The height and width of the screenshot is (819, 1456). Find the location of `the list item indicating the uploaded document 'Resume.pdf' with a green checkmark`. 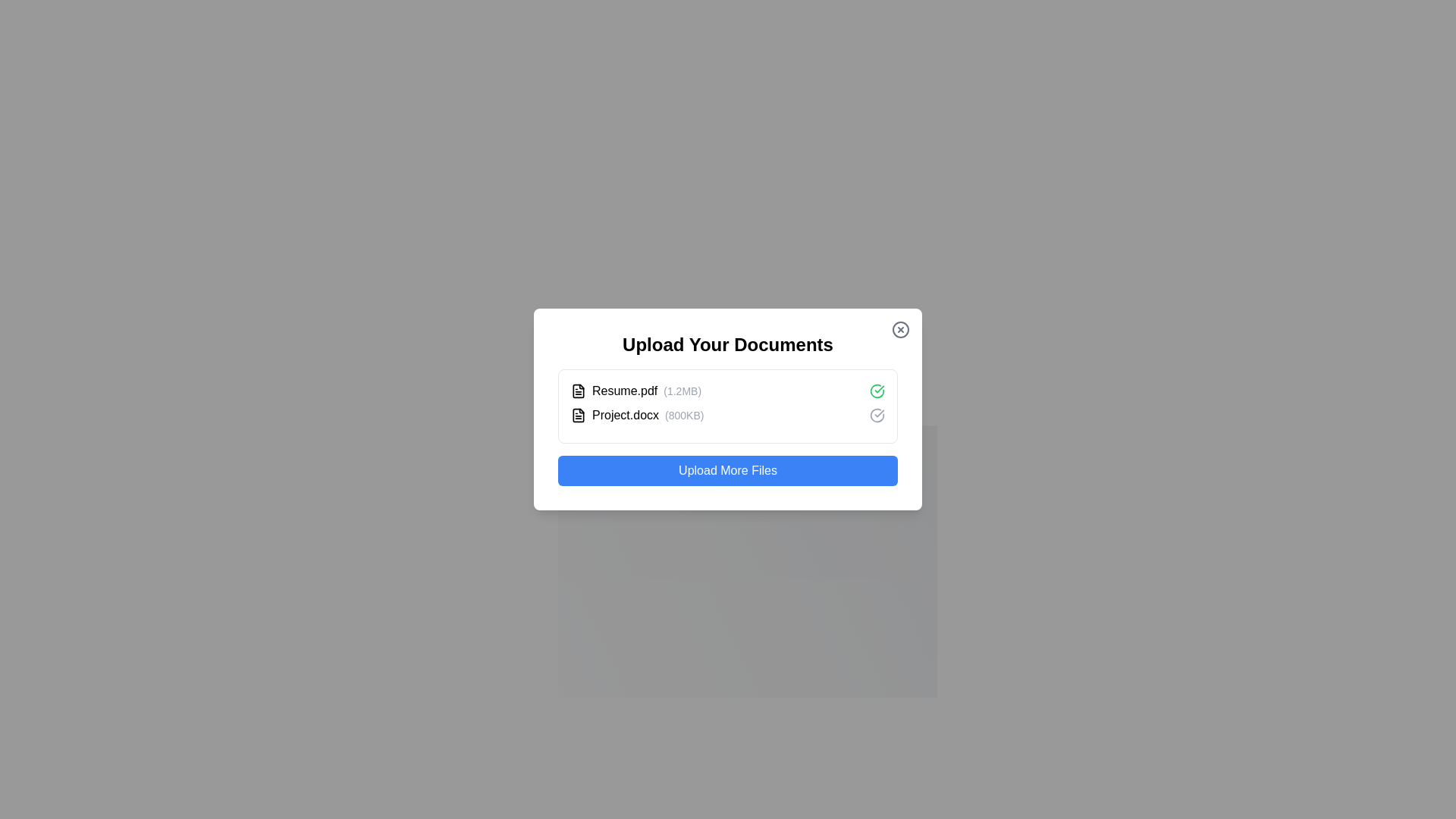

the list item indicating the uploaded document 'Resume.pdf' with a green checkmark is located at coordinates (728, 391).